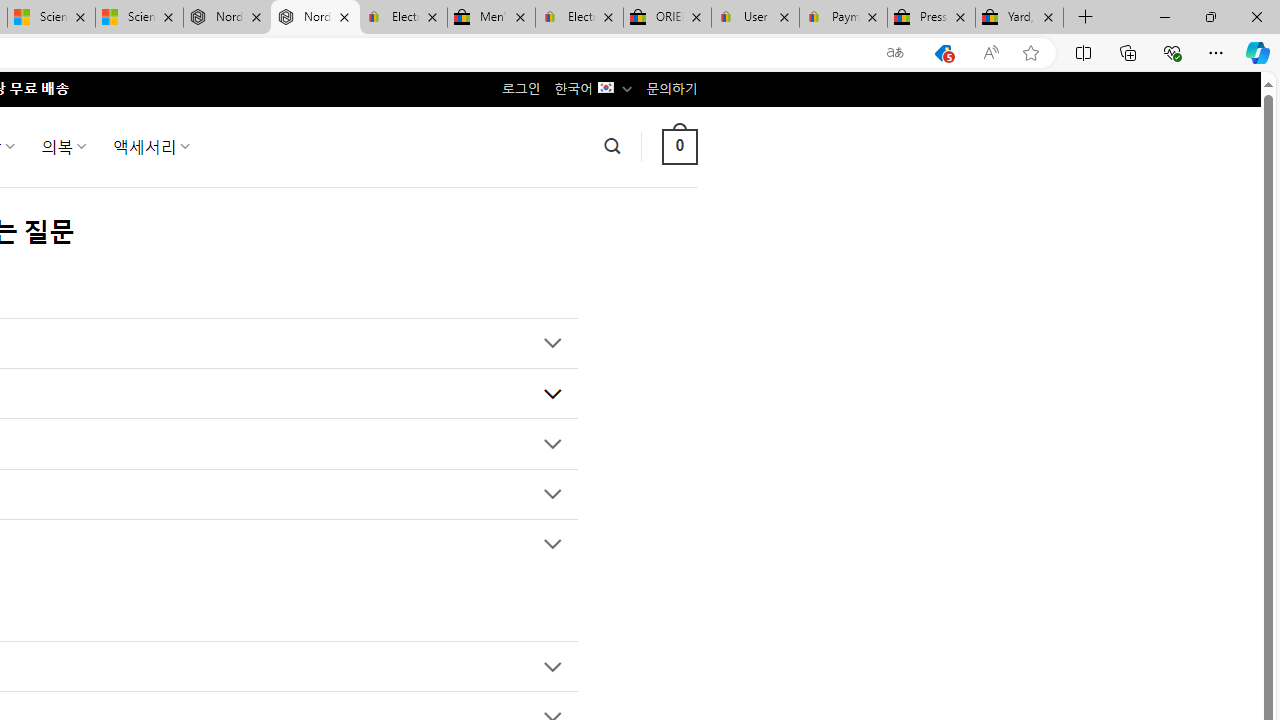 Image resolution: width=1280 pixels, height=720 pixels. What do you see at coordinates (894, 52) in the screenshot?
I see `'Show translate options'` at bounding box center [894, 52].